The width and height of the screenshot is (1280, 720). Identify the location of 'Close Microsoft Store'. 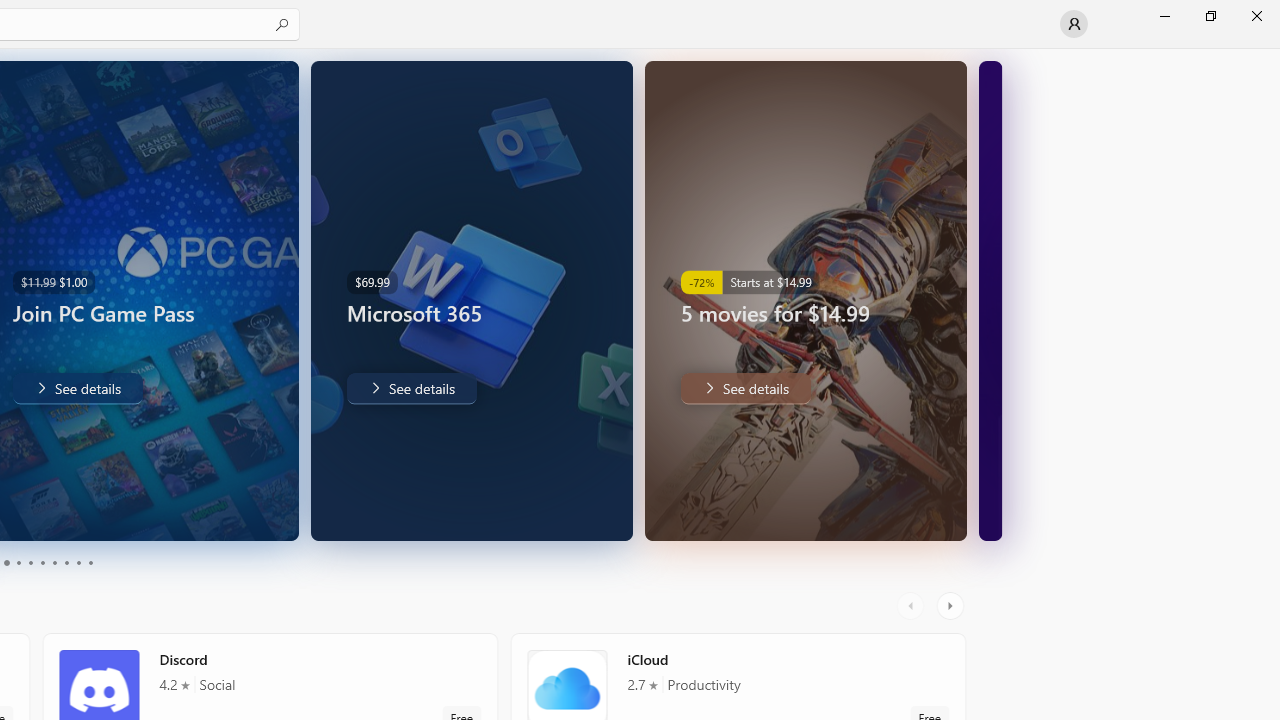
(1255, 15).